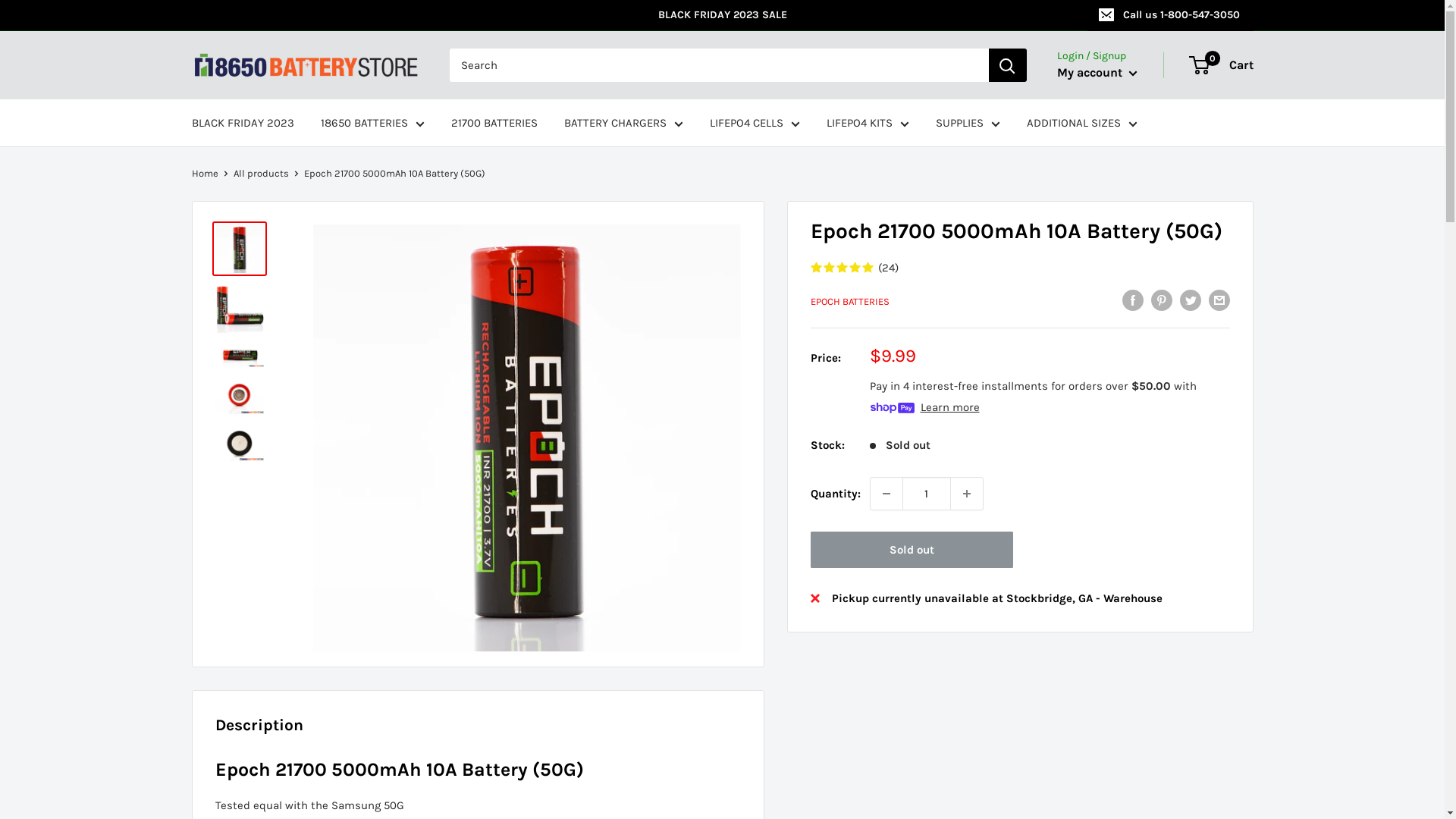  I want to click on '0, so click(1222, 64).